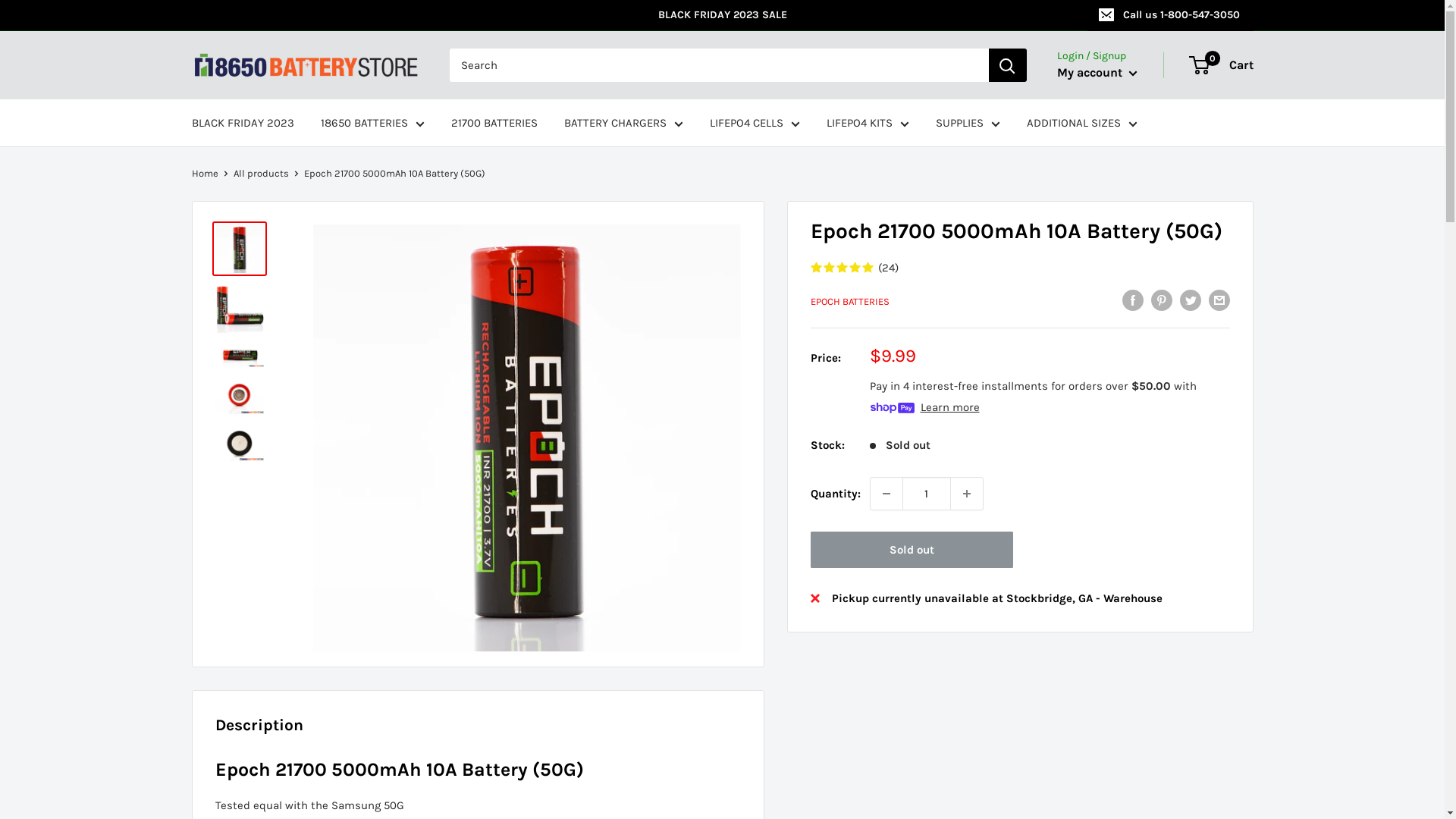  I want to click on '0, so click(1222, 64).